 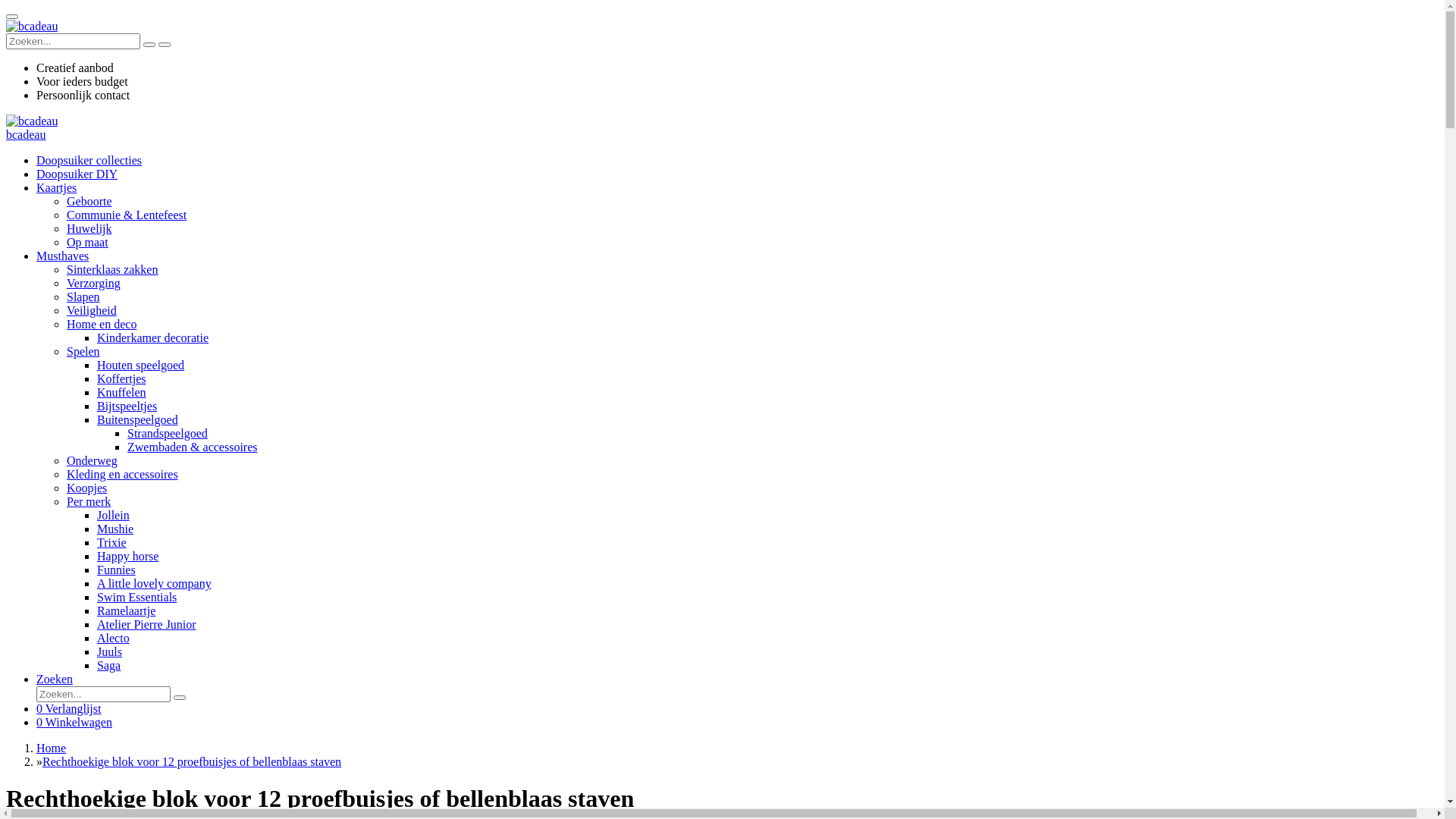 I want to click on 'Spelen', so click(x=83, y=351).